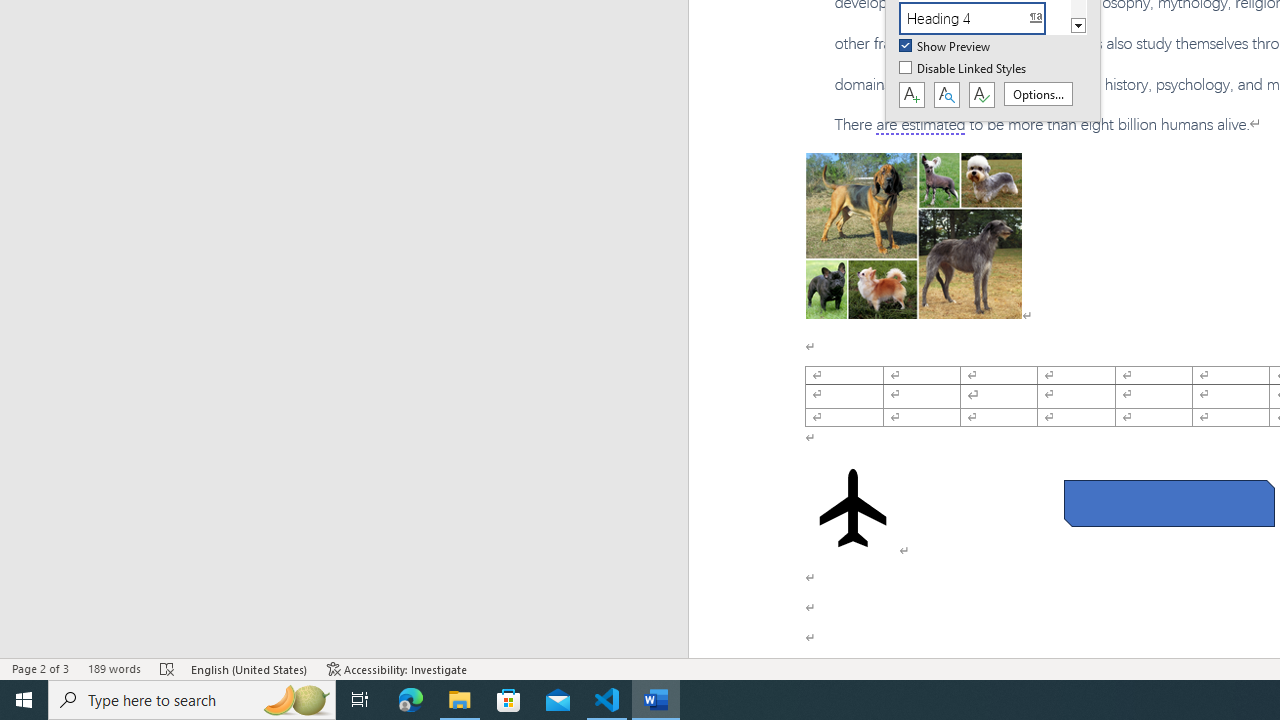 The width and height of the screenshot is (1280, 720). What do you see at coordinates (912, 234) in the screenshot?
I see `'Morphological variation in six dogs'` at bounding box center [912, 234].